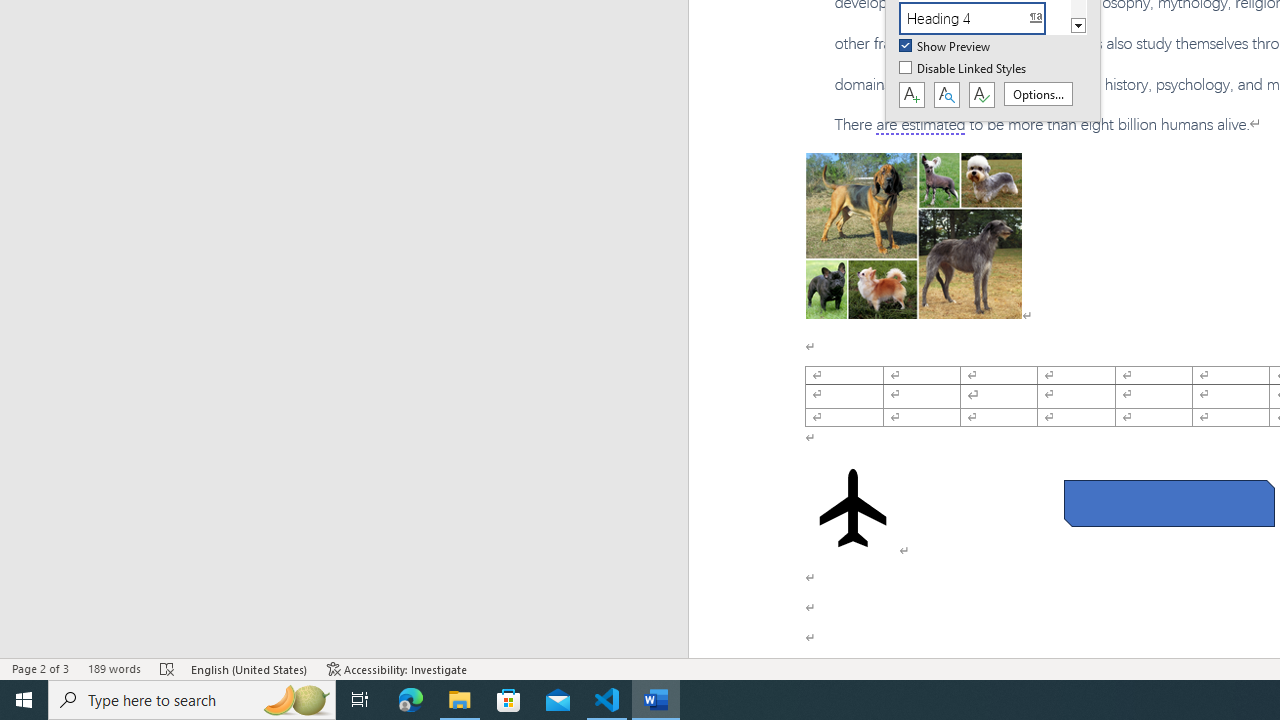 The width and height of the screenshot is (1280, 720). What do you see at coordinates (912, 234) in the screenshot?
I see `'Morphological variation in six dogs'` at bounding box center [912, 234].